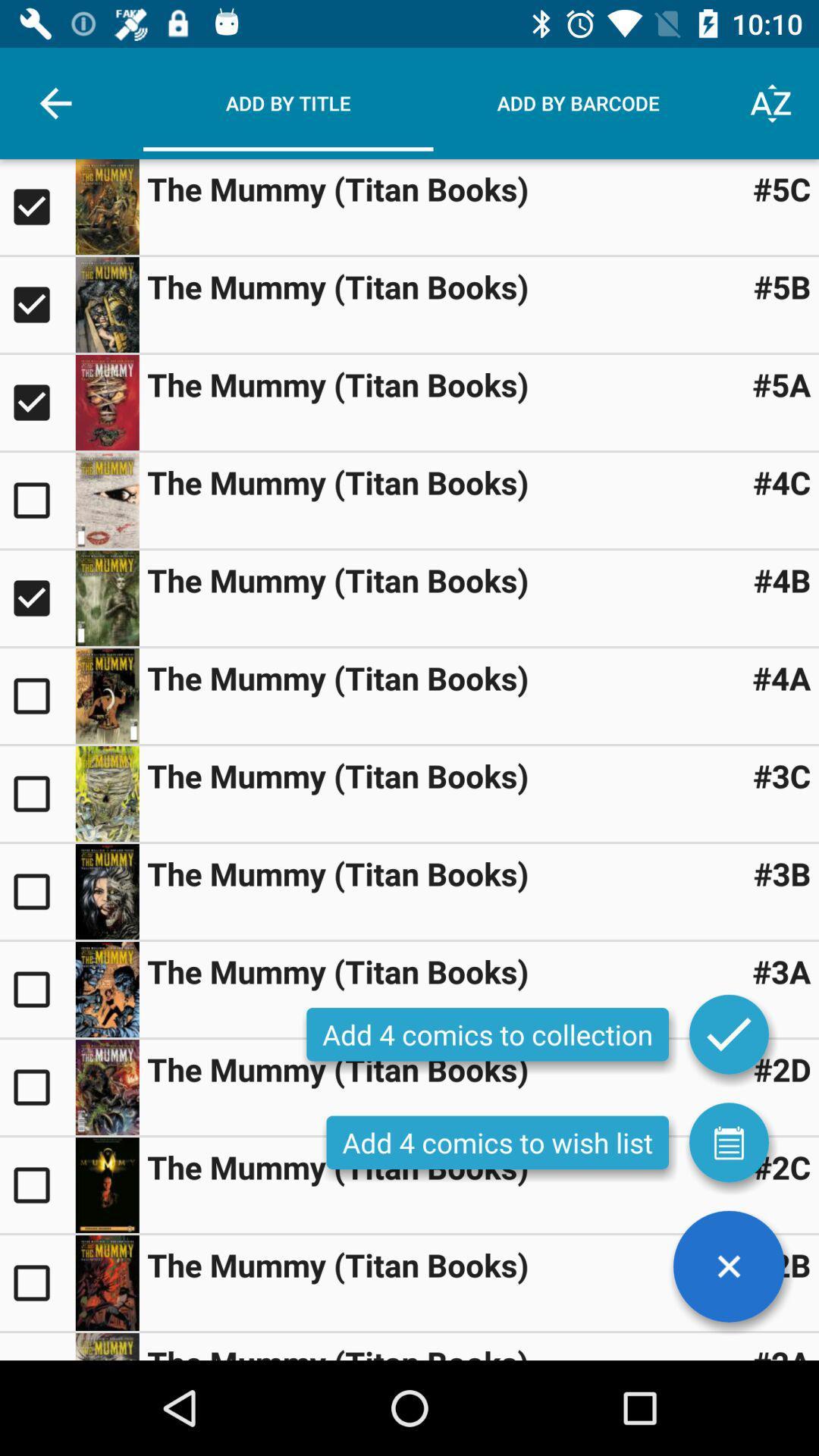 This screenshot has height=1456, width=819. What do you see at coordinates (36, 304) in the screenshot?
I see `deselect selected content` at bounding box center [36, 304].